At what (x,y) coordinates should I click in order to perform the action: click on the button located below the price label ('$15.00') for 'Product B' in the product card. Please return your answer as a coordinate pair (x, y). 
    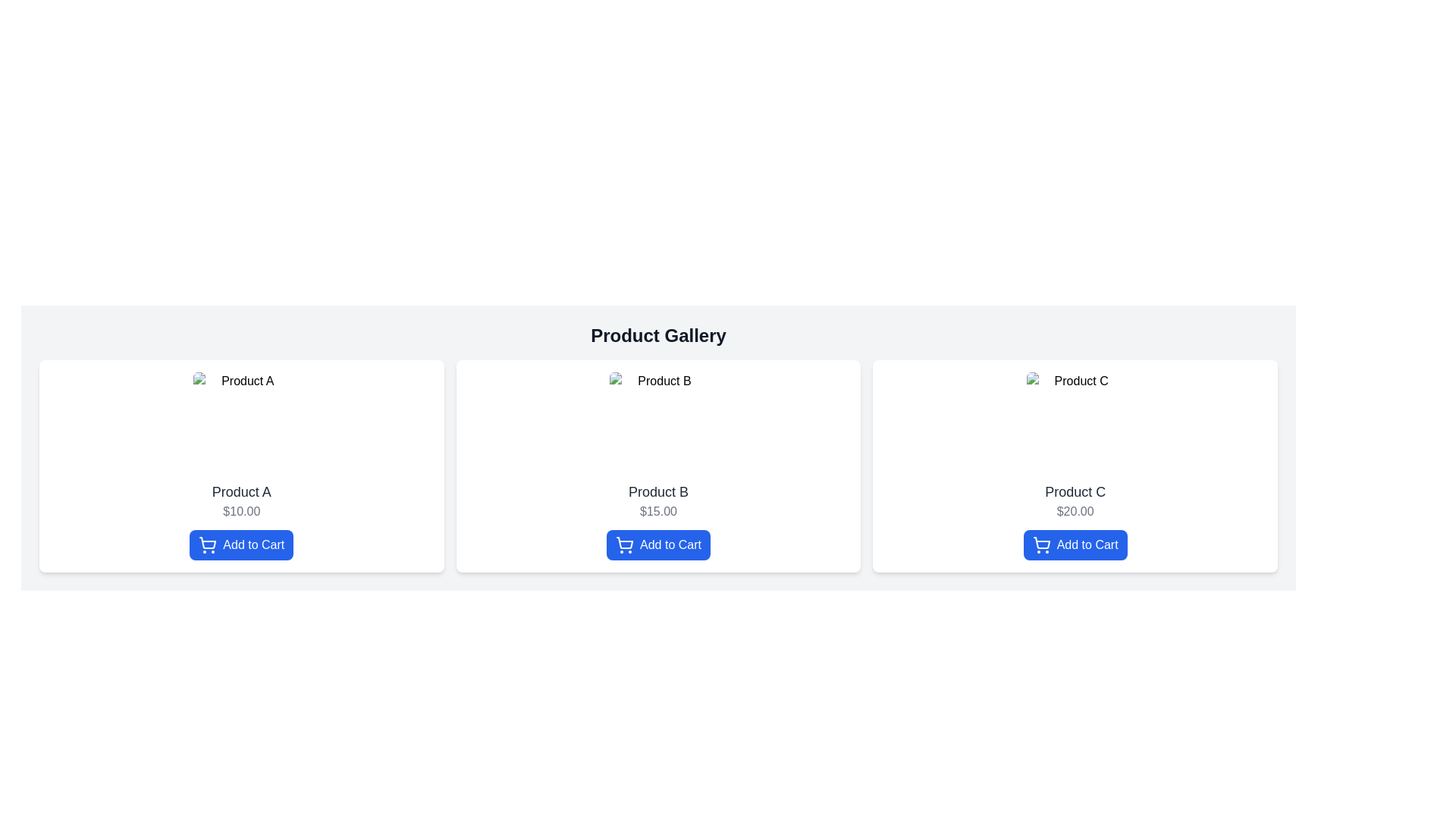
    Looking at the image, I should click on (658, 544).